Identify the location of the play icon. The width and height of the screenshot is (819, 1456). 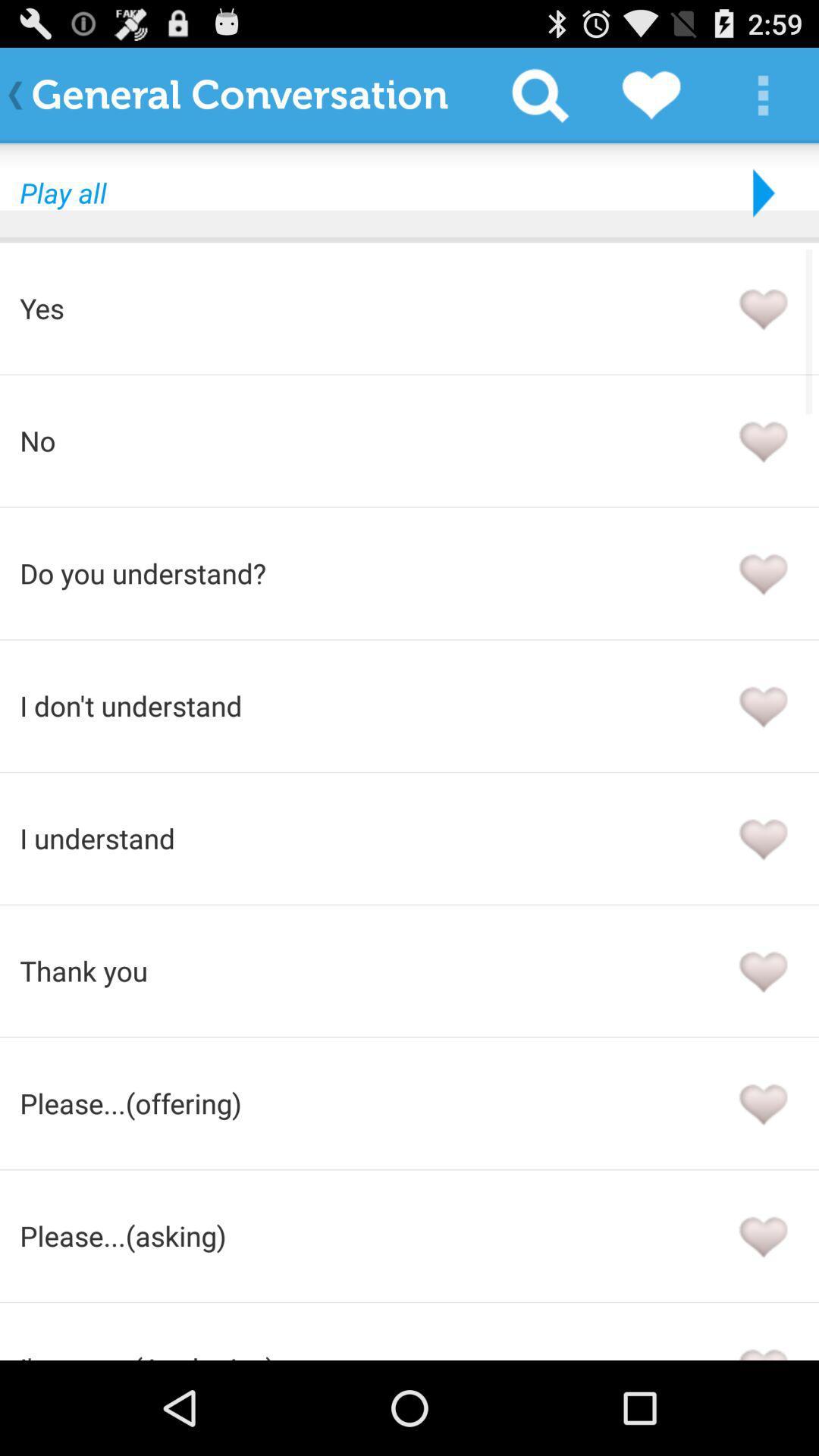
(760, 206).